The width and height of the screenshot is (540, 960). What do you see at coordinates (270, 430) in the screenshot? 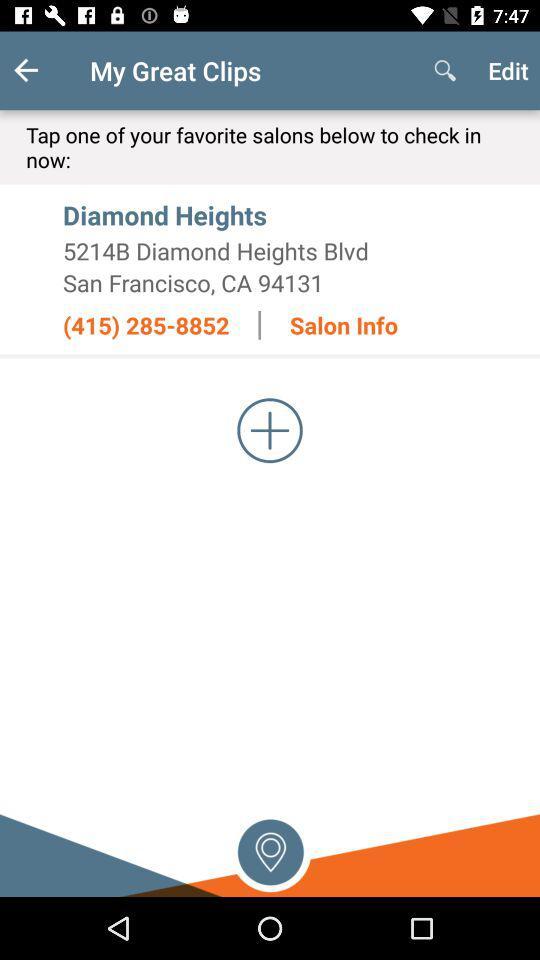
I see `button` at bounding box center [270, 430].